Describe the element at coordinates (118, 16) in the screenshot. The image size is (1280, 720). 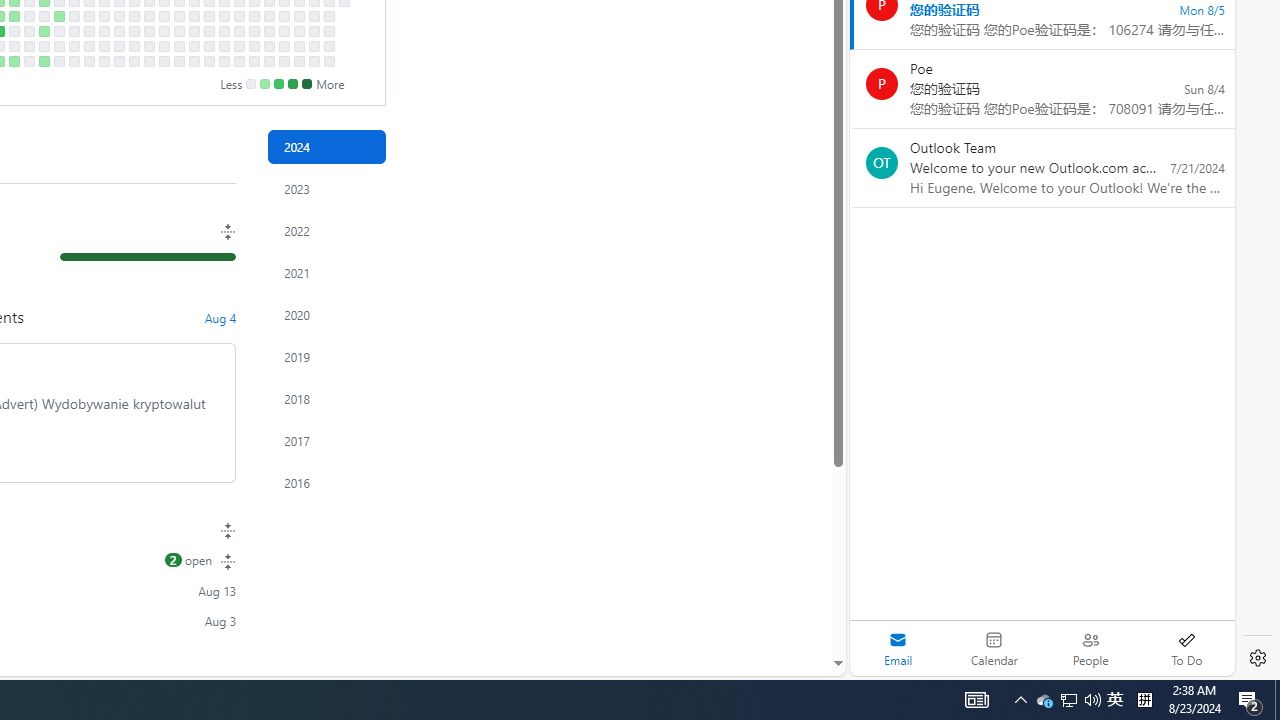
I see `'No contributions on September 18th.'` at that location.